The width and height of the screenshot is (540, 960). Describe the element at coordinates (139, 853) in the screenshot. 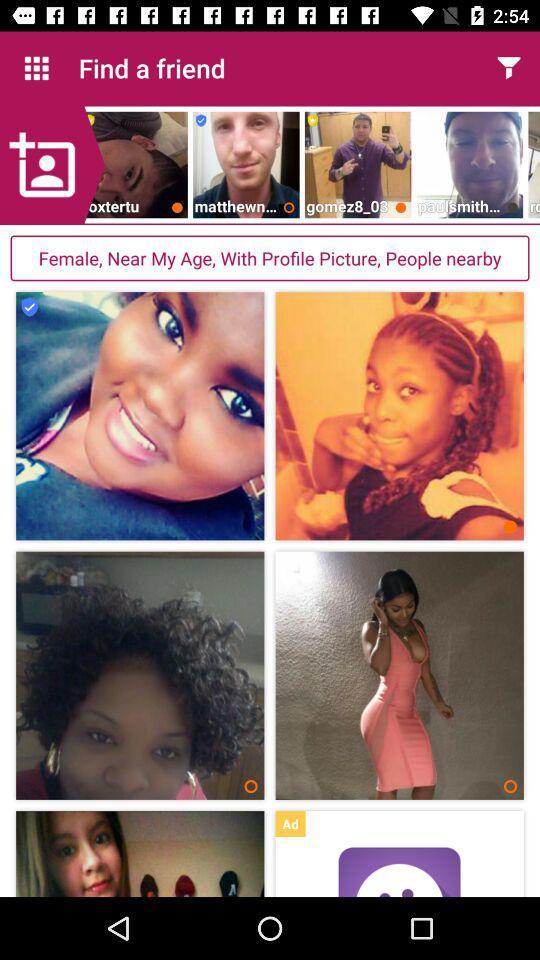

I see `the image at the bottom left corner` at that location.